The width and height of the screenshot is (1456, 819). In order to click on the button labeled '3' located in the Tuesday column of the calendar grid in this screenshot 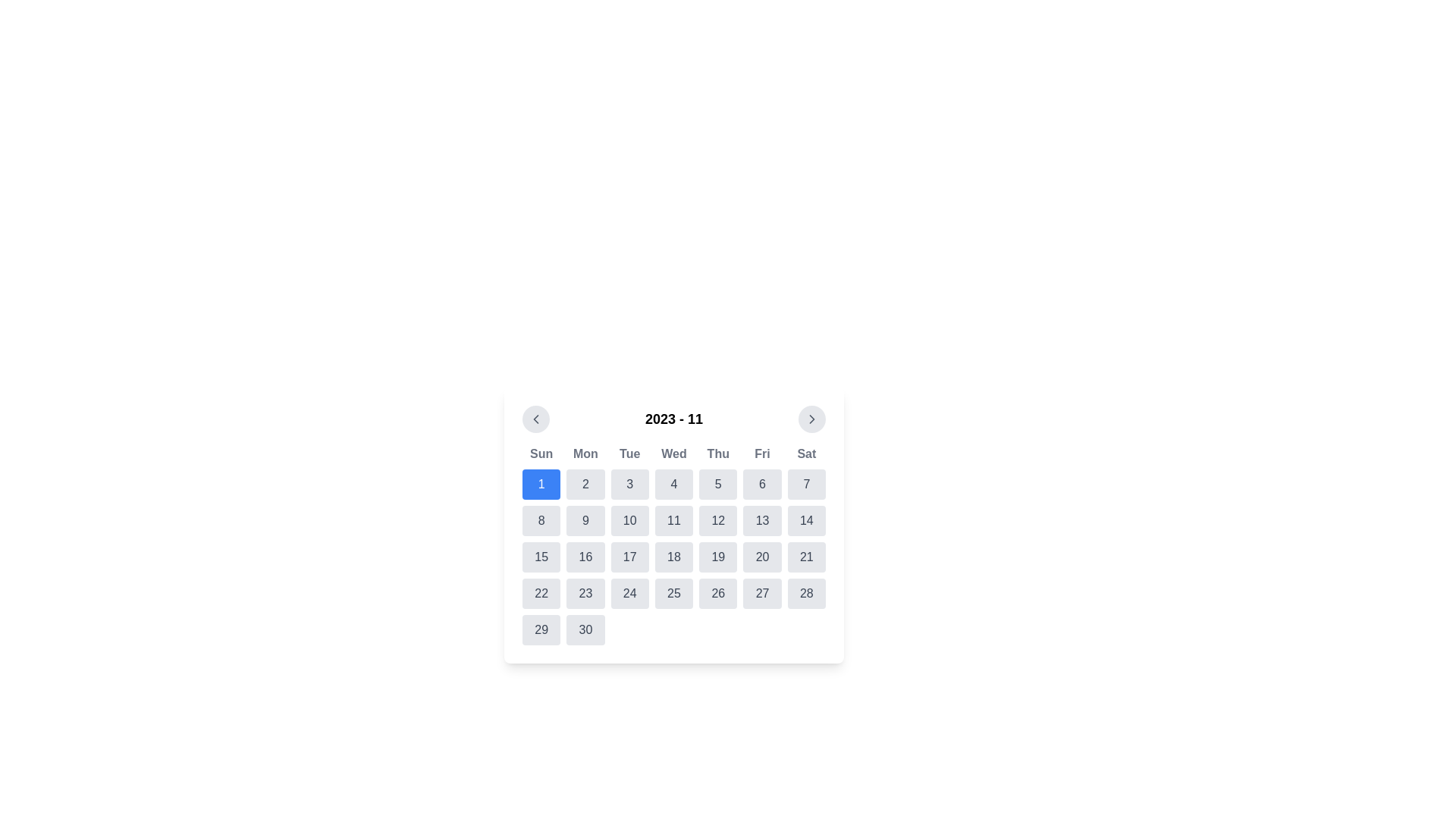, I will do `click(629, 485)`.